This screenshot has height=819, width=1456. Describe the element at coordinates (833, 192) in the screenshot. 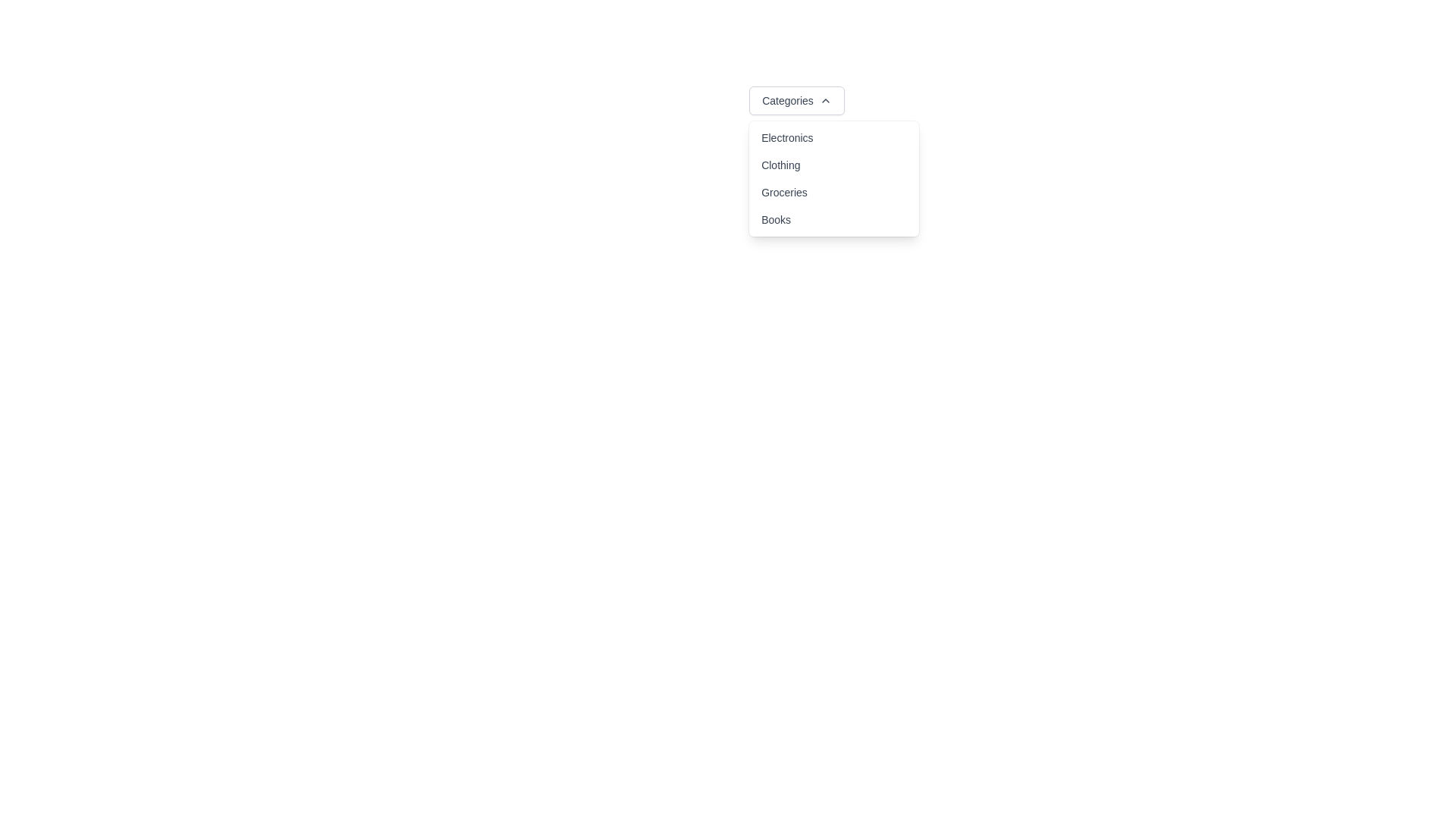

I see `the 'Groceries' option in the dropdown menu, which is the third item below 'Clothing' and above 'Books'` at that location.